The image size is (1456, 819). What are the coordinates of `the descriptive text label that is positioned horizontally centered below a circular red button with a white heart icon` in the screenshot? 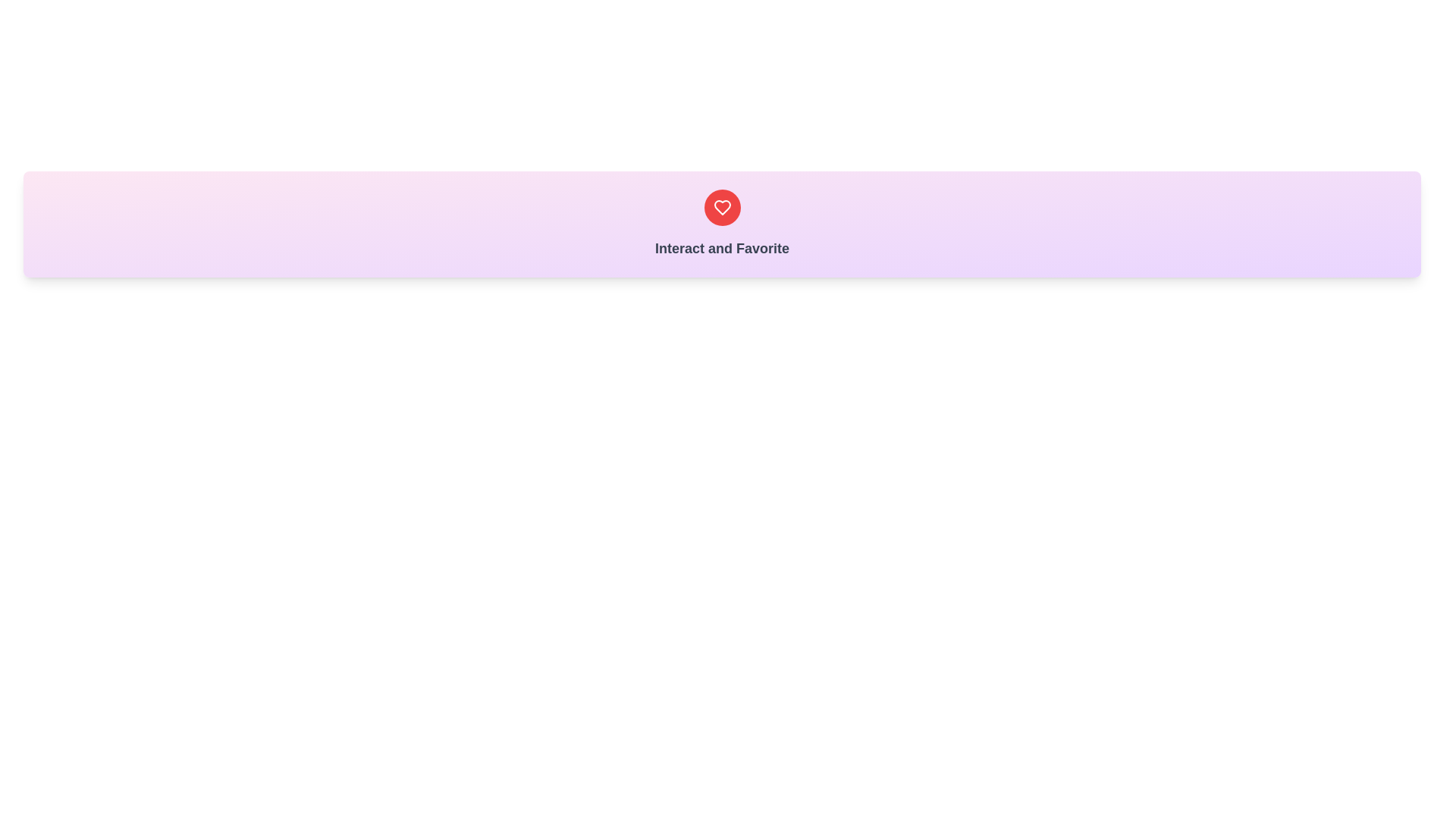 It's located at (721, 247).